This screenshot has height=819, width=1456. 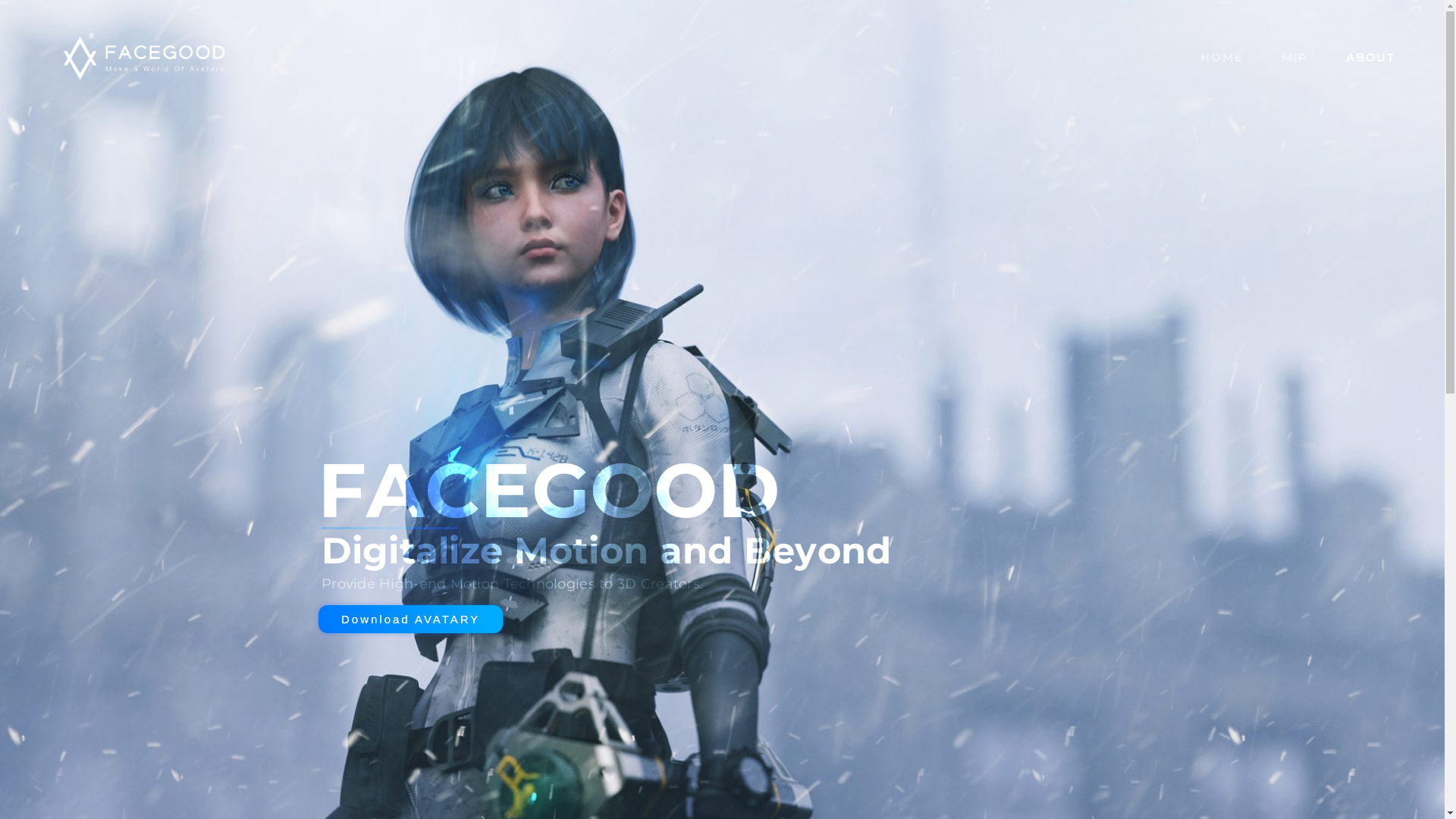 What do you see at coordinates (1280, 55) in the screenshot?
I see `'MIP'` at bounding box center [1280, 55].